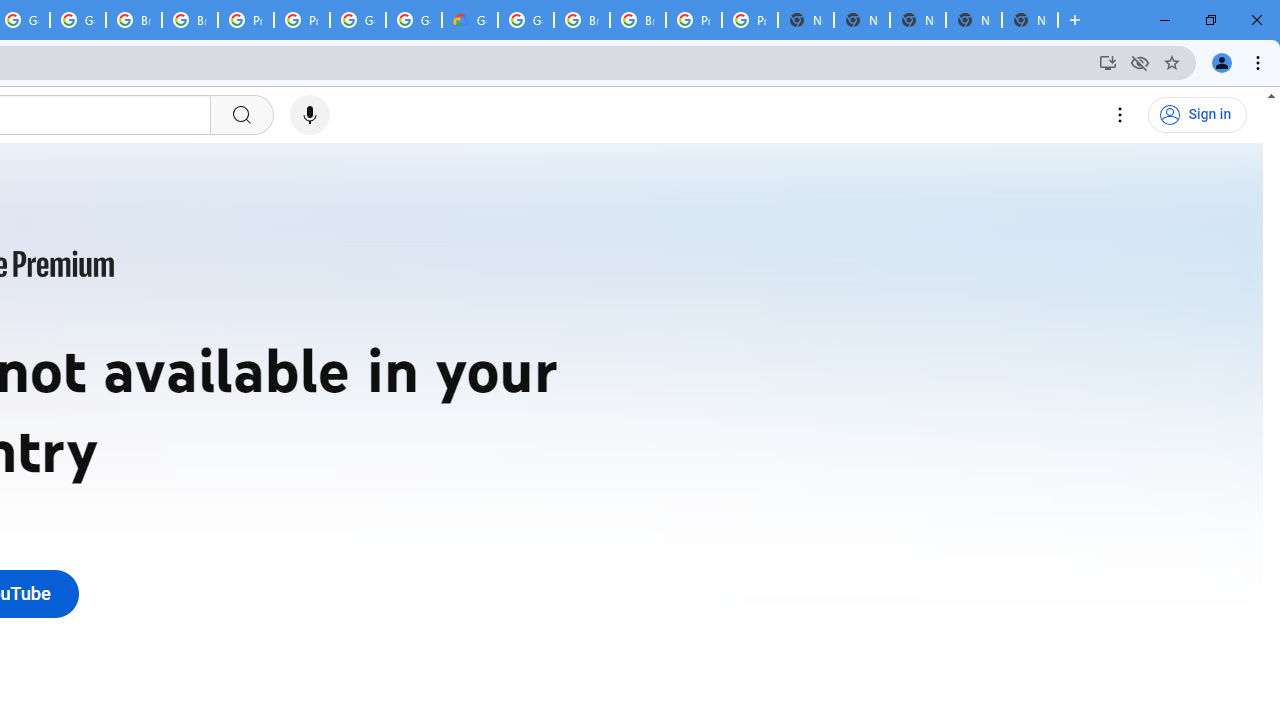 The height and width of the screenshot is (720, 1280). What do you see at coordinates (468, 20) in the screenshot?
I see `'Google Cloud Estimate Summary'` at bounding box center [468, 20].